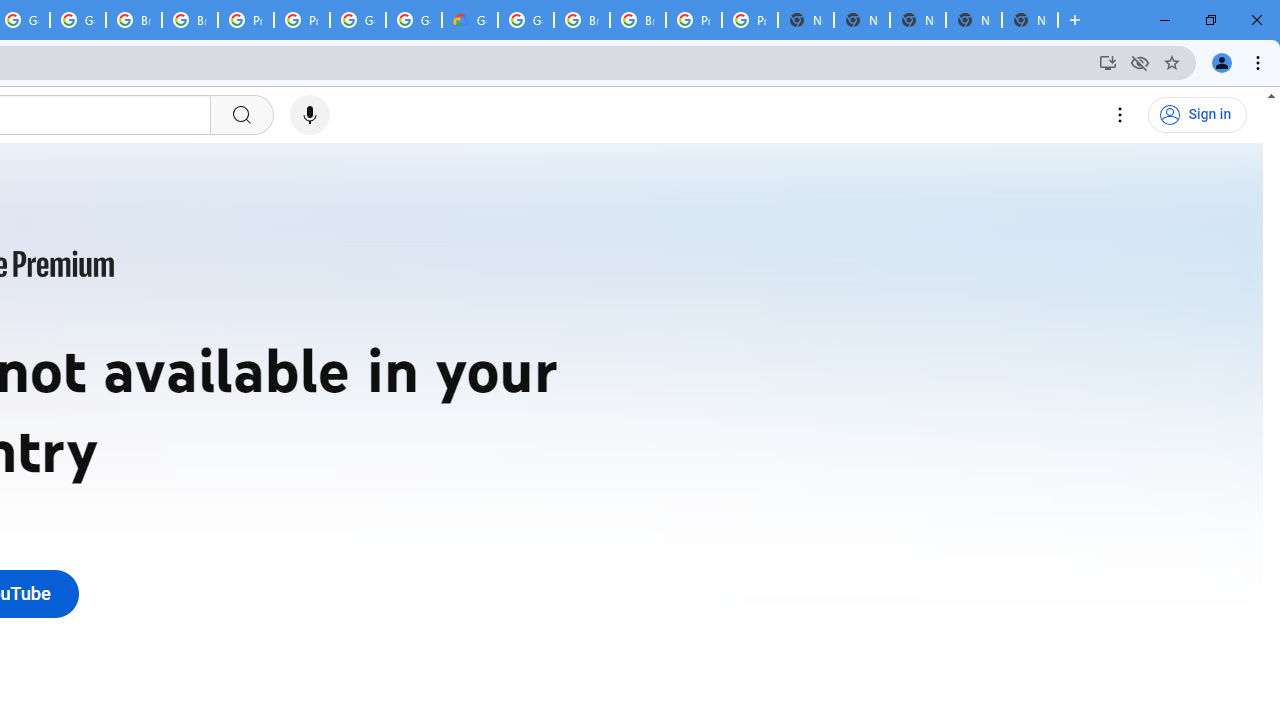 The height and width of the screenshot is (720, 1280). What do you see at coordinates (468, 20) in the screenshot?
I see `'Google Cloud Estimate Summary'` at bounding box center [468, 20].